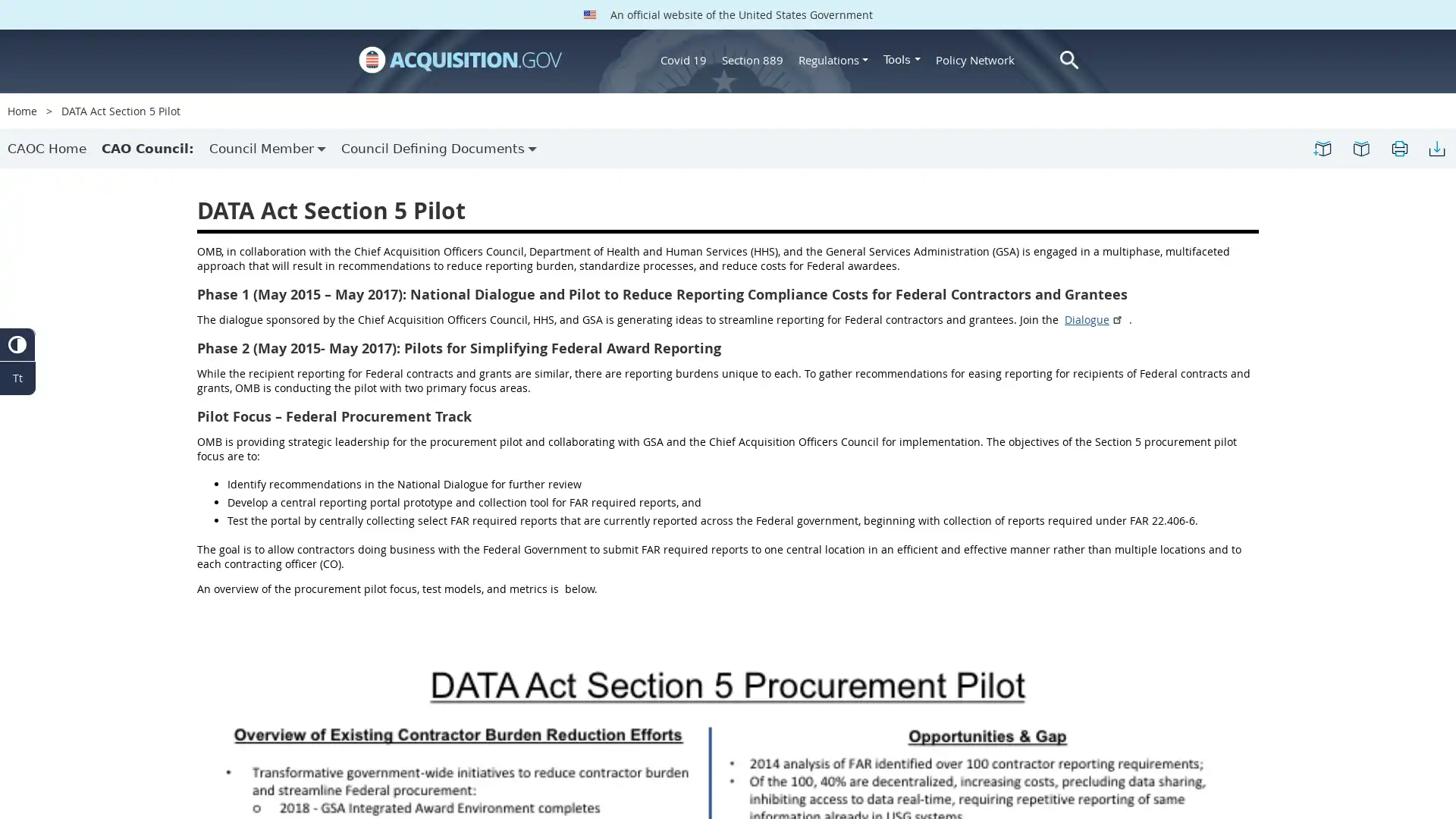 The image size is (1456, 819). I want to click on Council Defining Documents cao_menu, so click(438, 149).